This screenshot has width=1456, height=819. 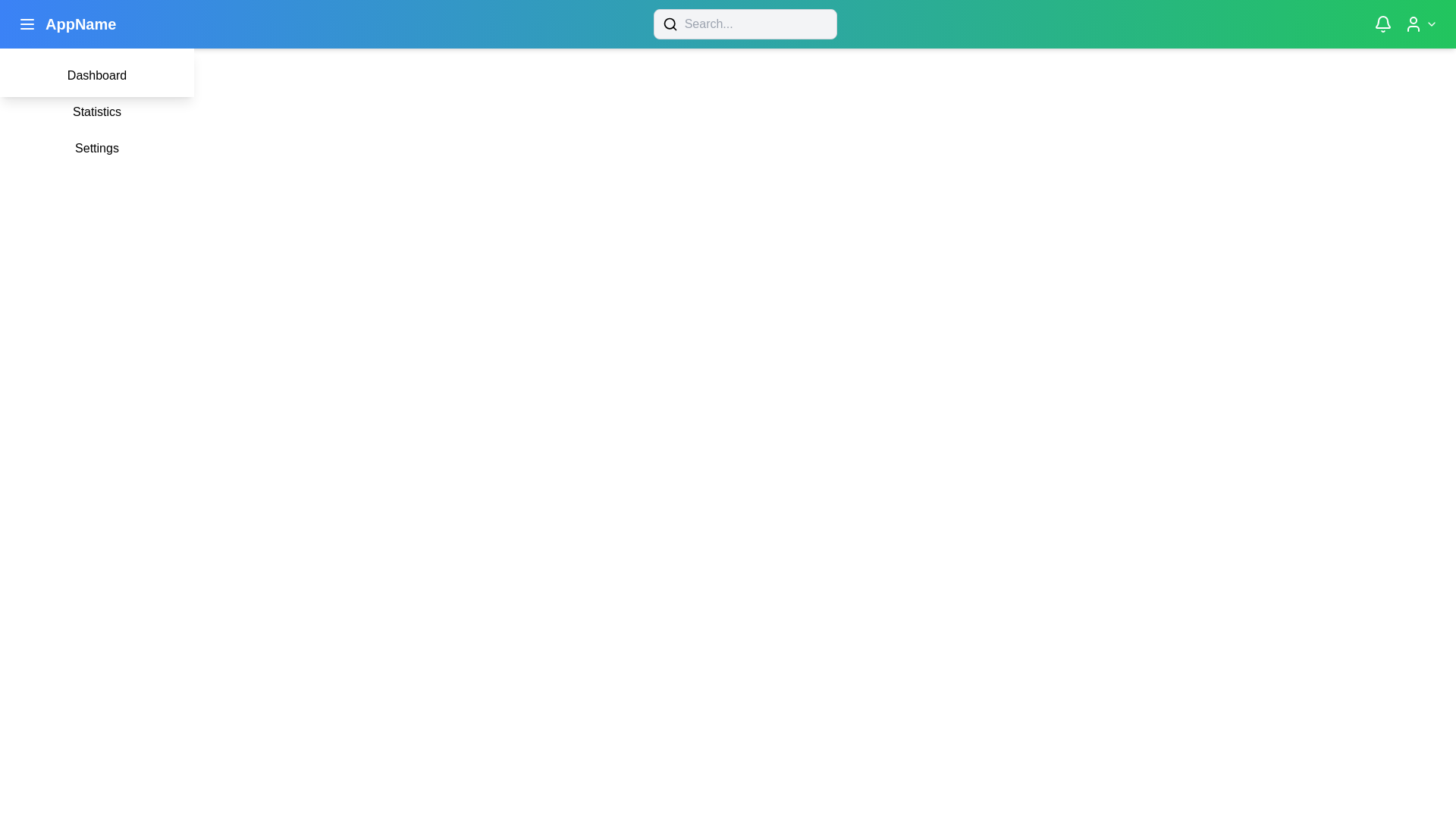 I want to click on the circular lens of the magnifying glass icon, which is located at the left end of the search bar in the top center of the interface, so click(x=668, y=24).